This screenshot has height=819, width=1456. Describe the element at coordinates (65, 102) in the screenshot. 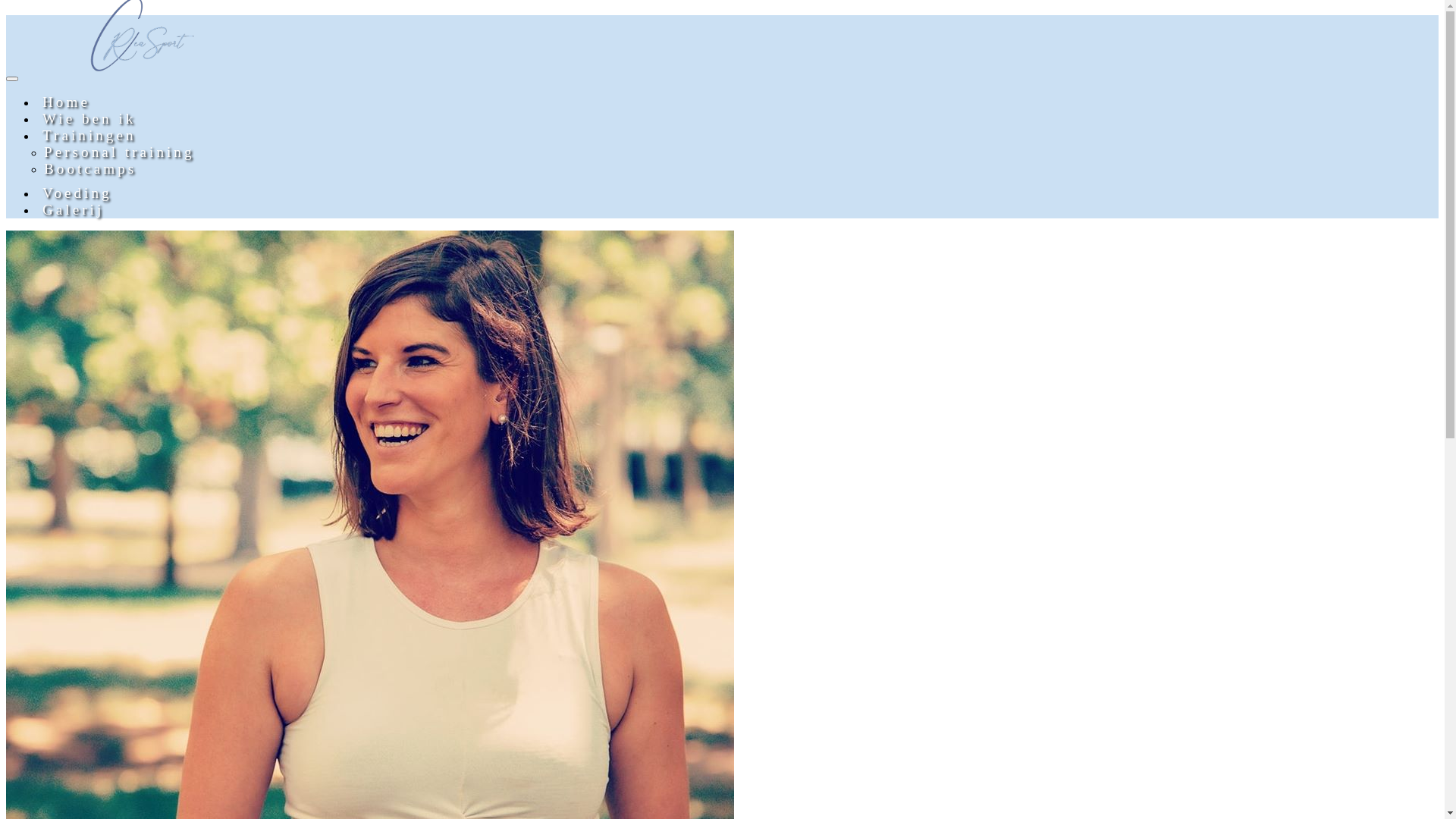

I see `'Home'` at that location.